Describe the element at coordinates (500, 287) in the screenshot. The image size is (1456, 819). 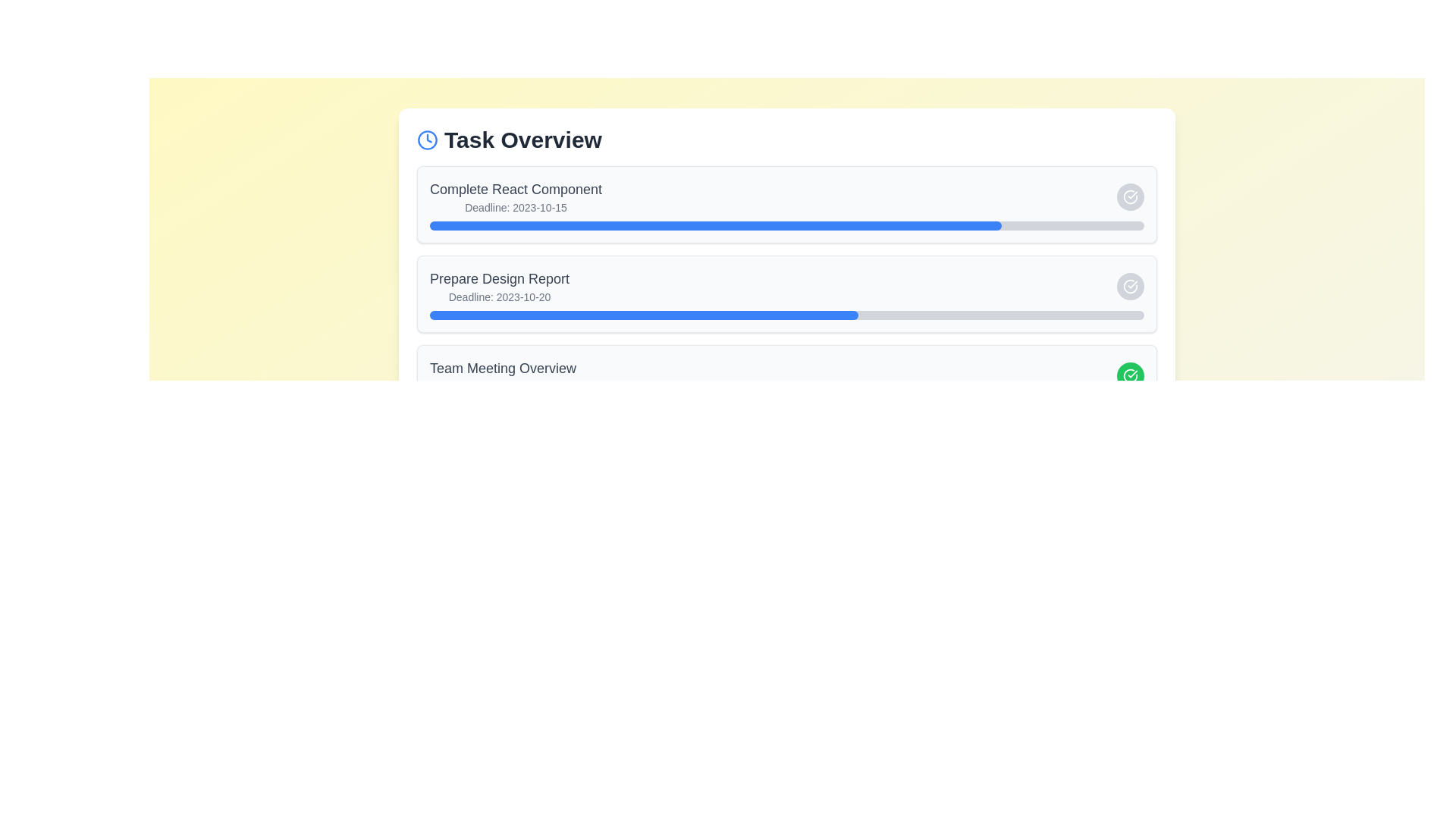
I see `the task description text label which is the second item in the 'Task Overview' section, situated below 'Complete React Component' and above 'Team Meeting Overview'` at that location.